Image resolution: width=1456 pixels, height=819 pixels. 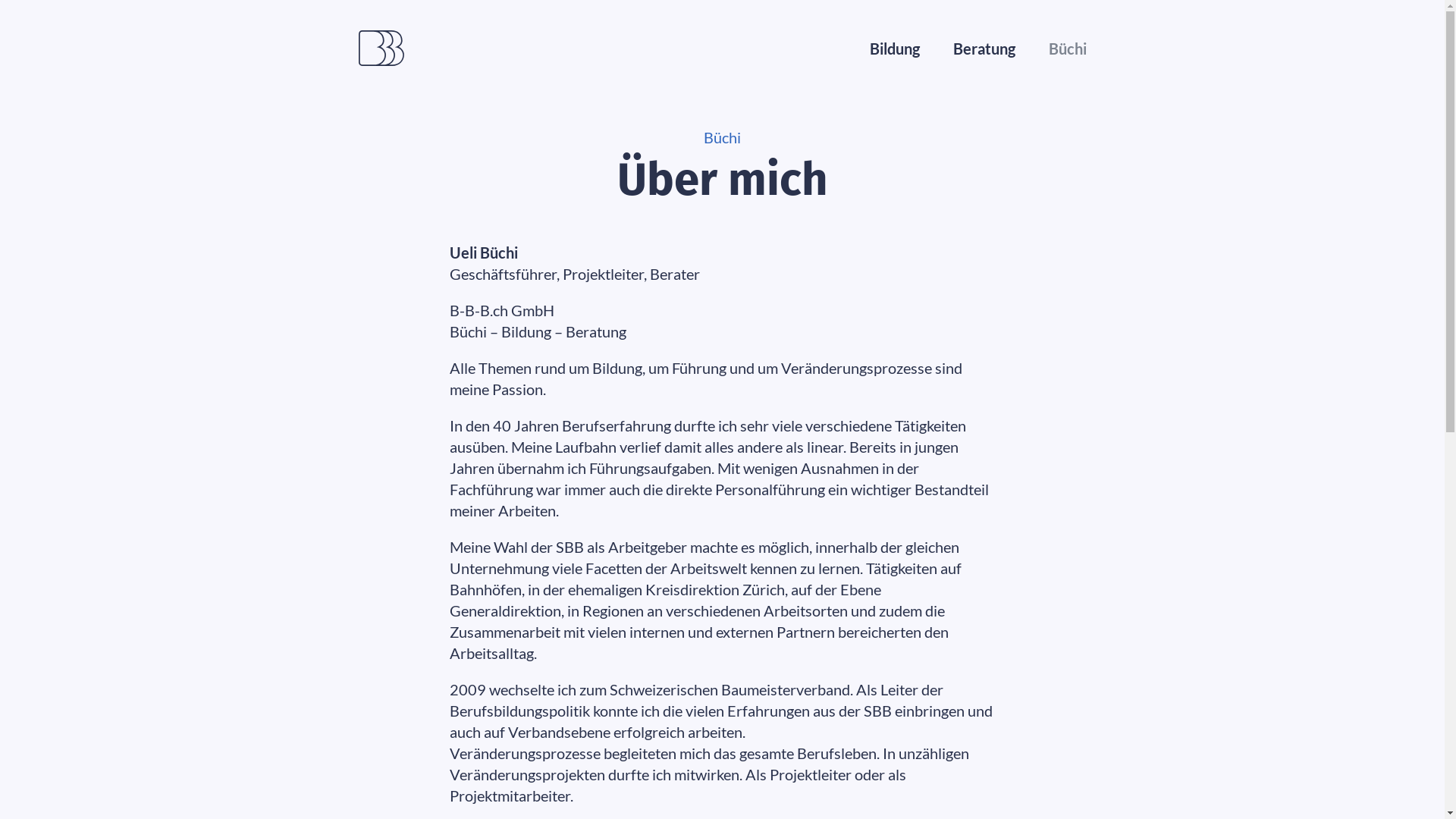 What do you see at coordinates (894, 48) in the screenshot?
I see `'Bildung'` at bounding box center [894, 48].